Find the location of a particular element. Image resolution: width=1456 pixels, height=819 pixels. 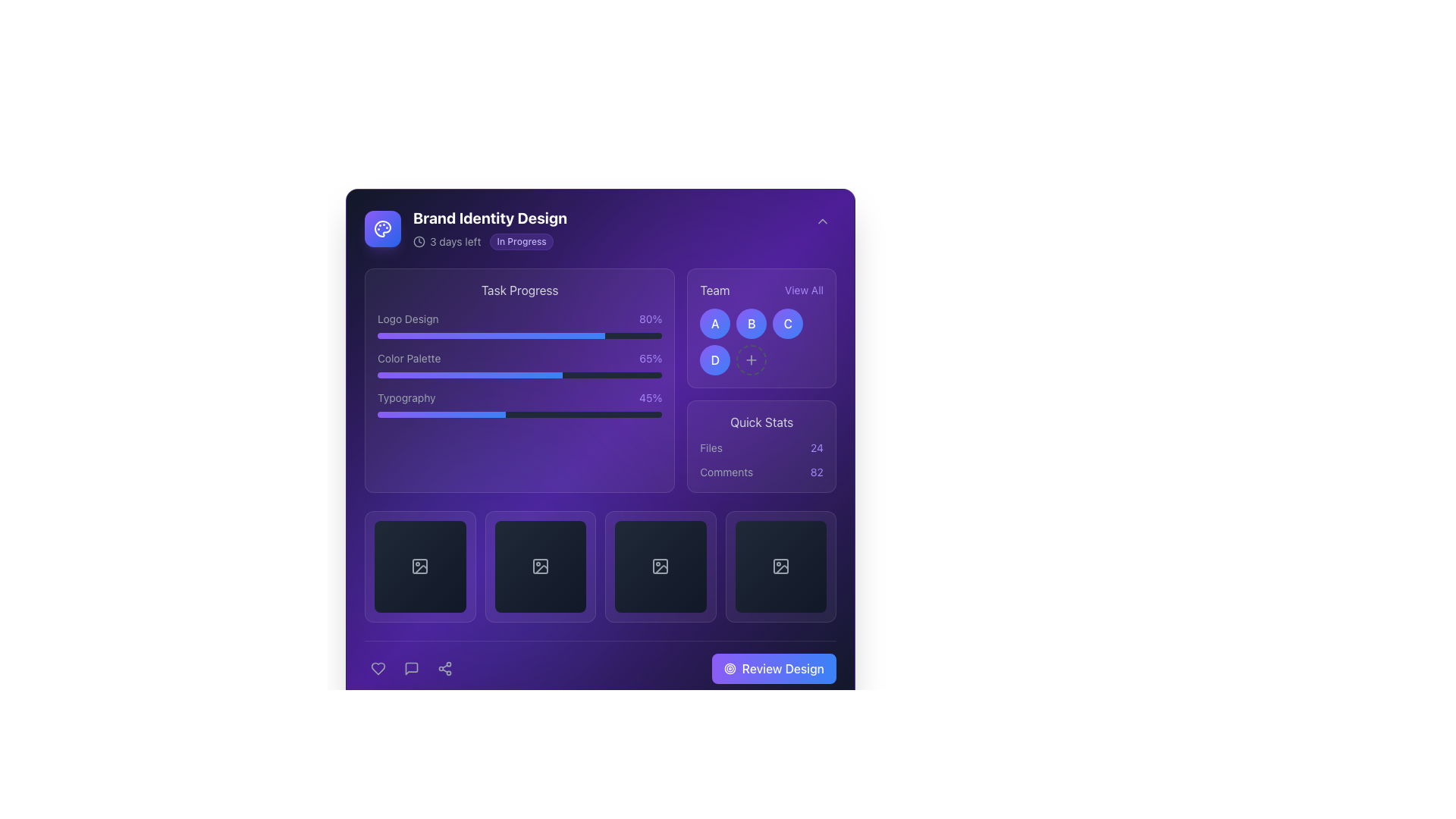

the text displaying '45%' in violet color, which is aligned to the right of the word 'Typography' in the task progress list is located at coordinates (651, 397).